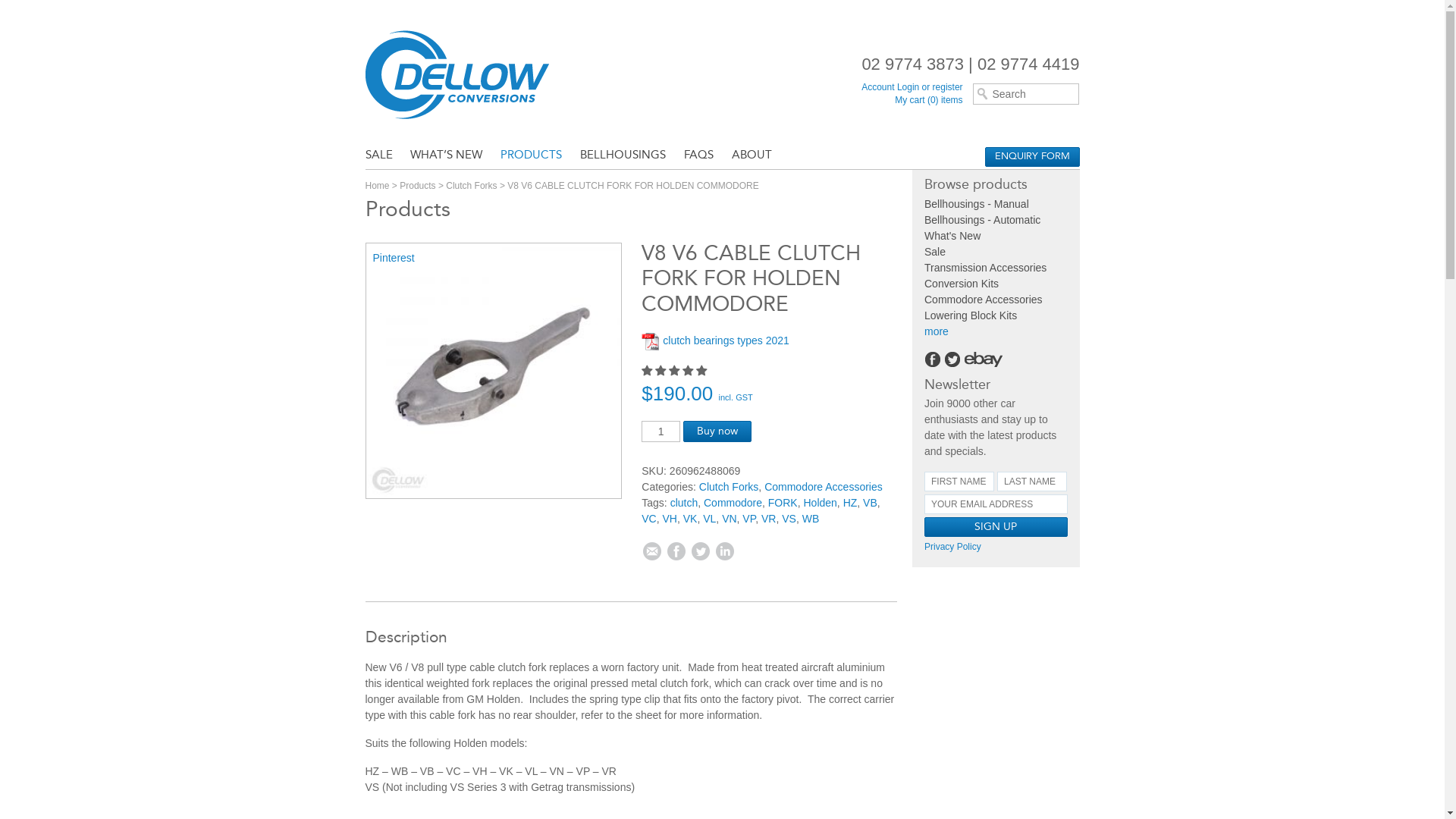  What do you see at coordinates (394, 256) in the screenshot?
I see `'Pinterest'` at bounding box center [394, 256].